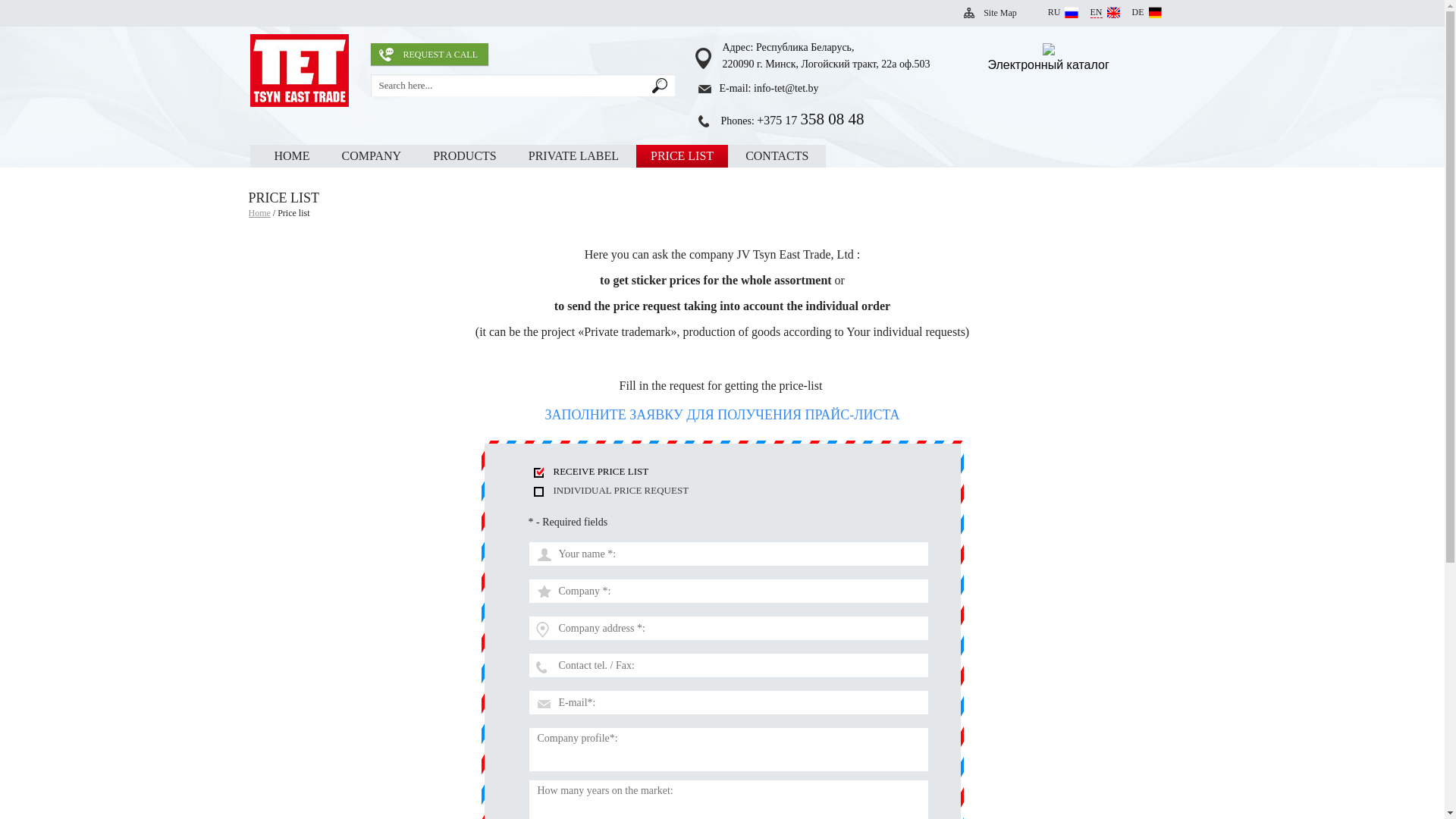  Describe the element at coordinates (777, 155) in the screenshot. I see `'CONTACTS'` at that location.